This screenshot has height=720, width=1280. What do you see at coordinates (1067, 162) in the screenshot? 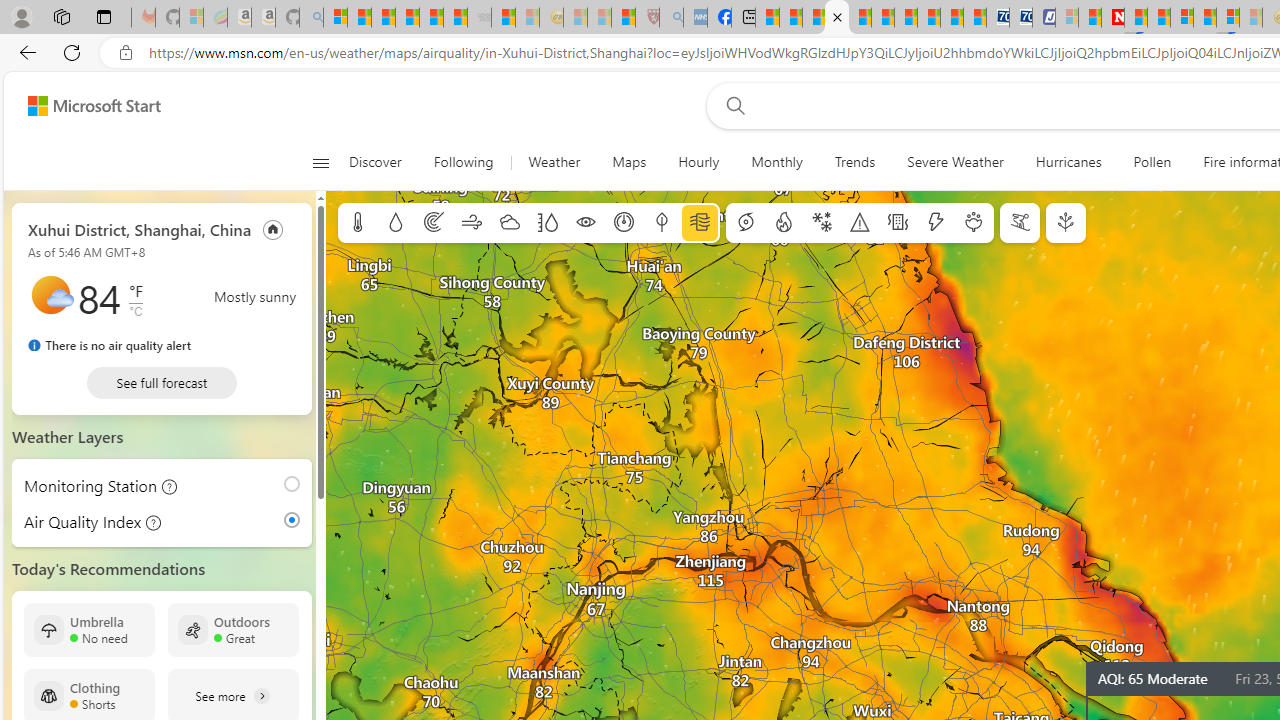
I see `'Hurricanes'` at bounding box center [1067, 162].